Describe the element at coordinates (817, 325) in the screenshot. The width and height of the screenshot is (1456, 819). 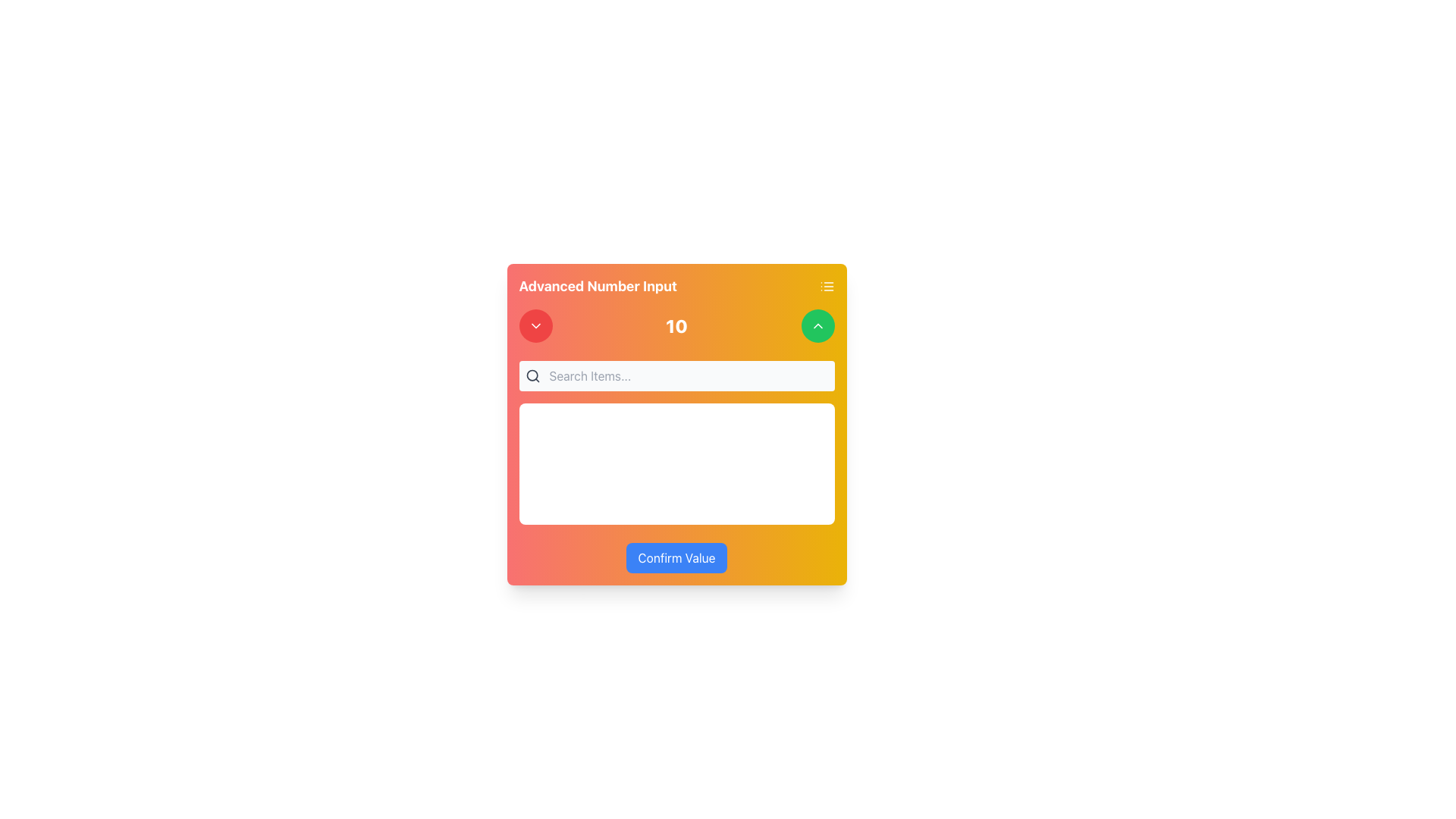
I see `the Chevron Up Icon, which is a green circular button located near the top-right corner of the interface` at that location.